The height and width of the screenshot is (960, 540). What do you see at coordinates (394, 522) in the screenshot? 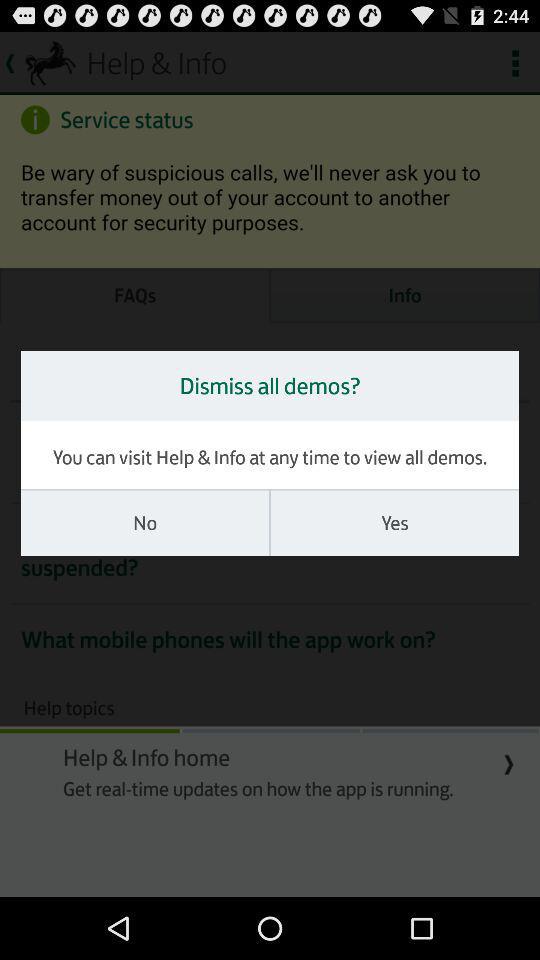
I see `yes on the right` at bounding box center [394, 522].